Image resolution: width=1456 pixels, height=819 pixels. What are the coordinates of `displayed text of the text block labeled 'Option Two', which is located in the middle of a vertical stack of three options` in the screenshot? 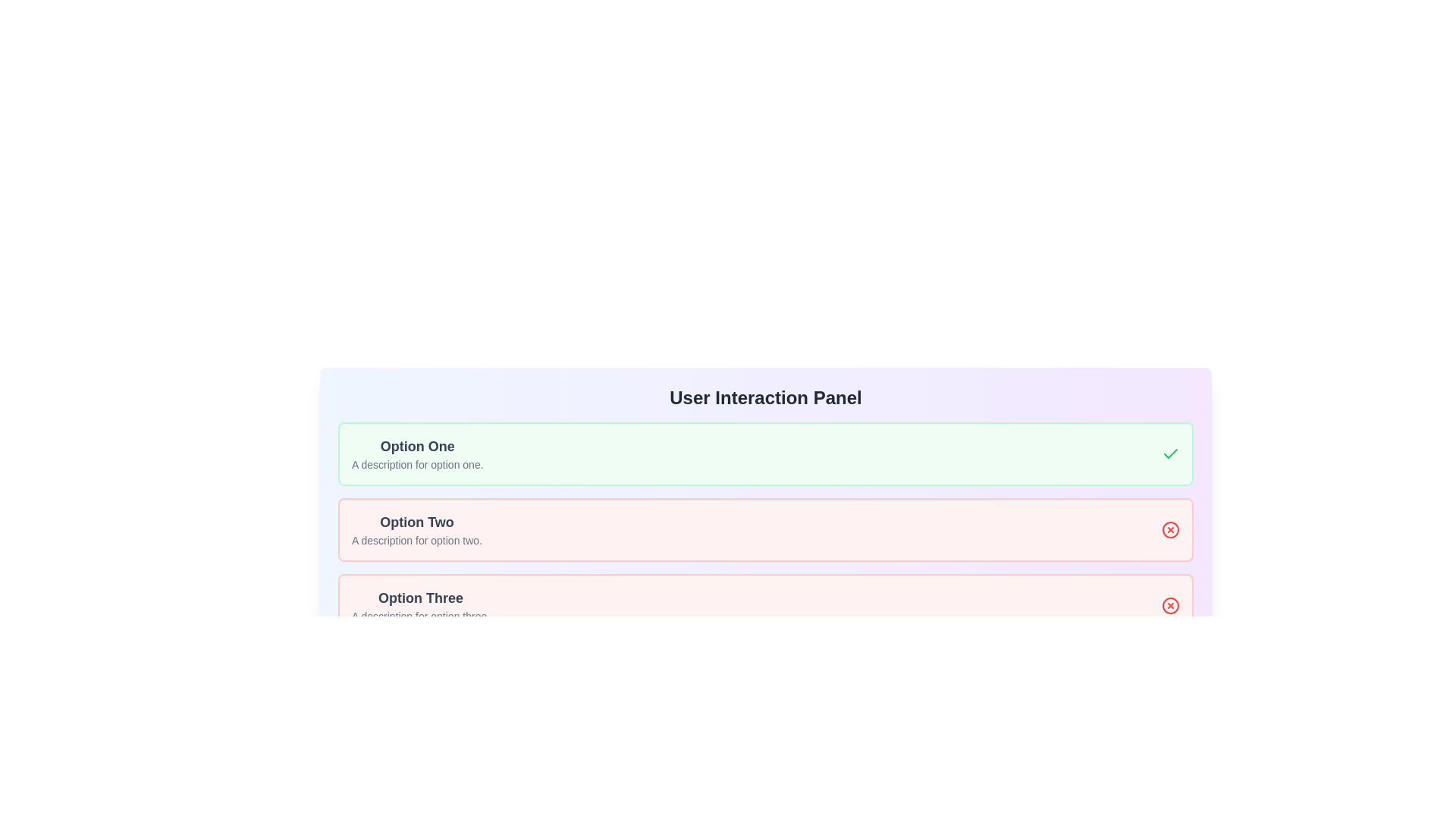 It's located at (417, 529).